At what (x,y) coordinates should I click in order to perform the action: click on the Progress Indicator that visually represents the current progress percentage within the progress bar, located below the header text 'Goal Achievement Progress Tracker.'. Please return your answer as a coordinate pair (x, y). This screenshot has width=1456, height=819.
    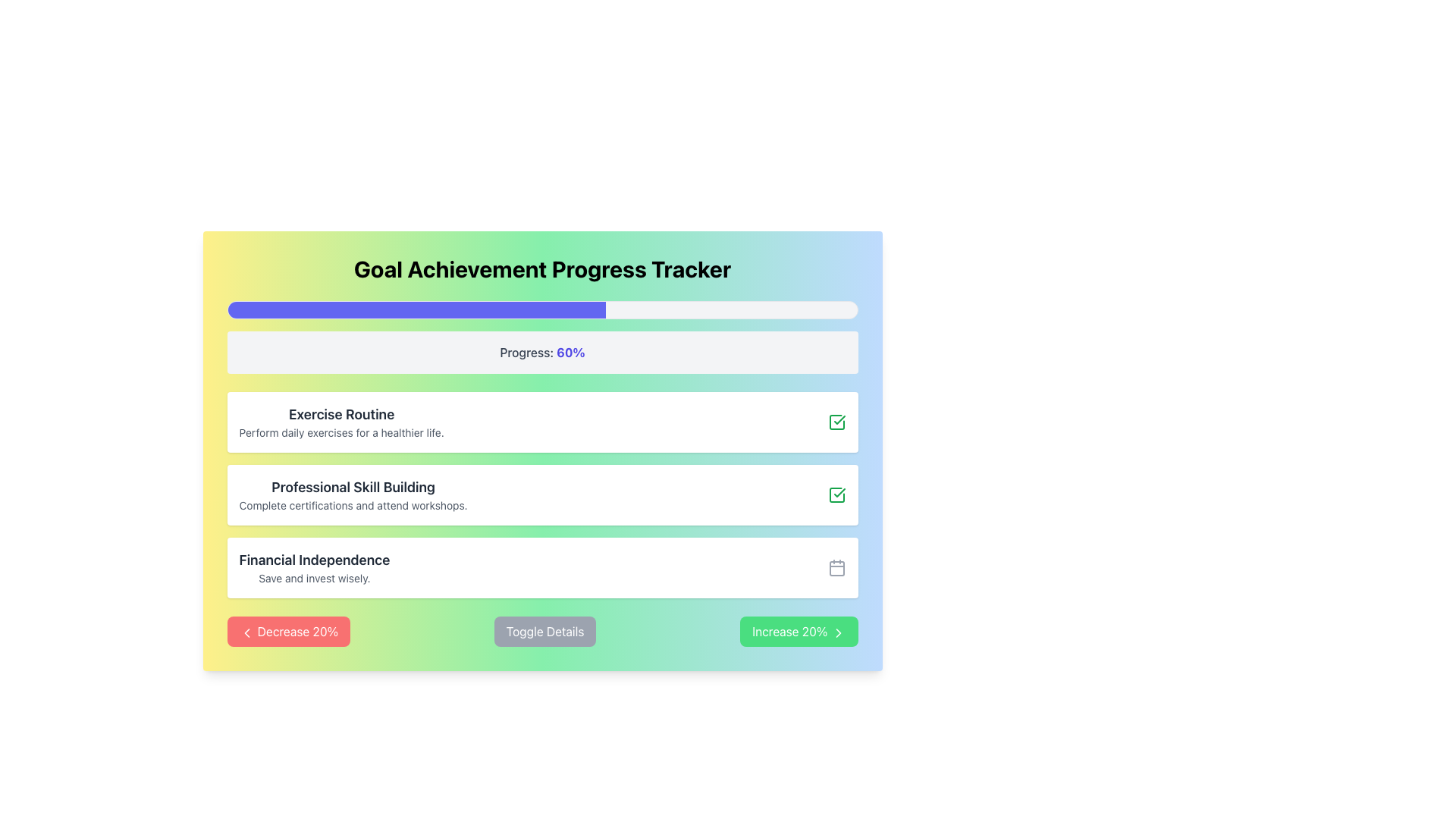
    Looking at the image, I should click on (416, 309).